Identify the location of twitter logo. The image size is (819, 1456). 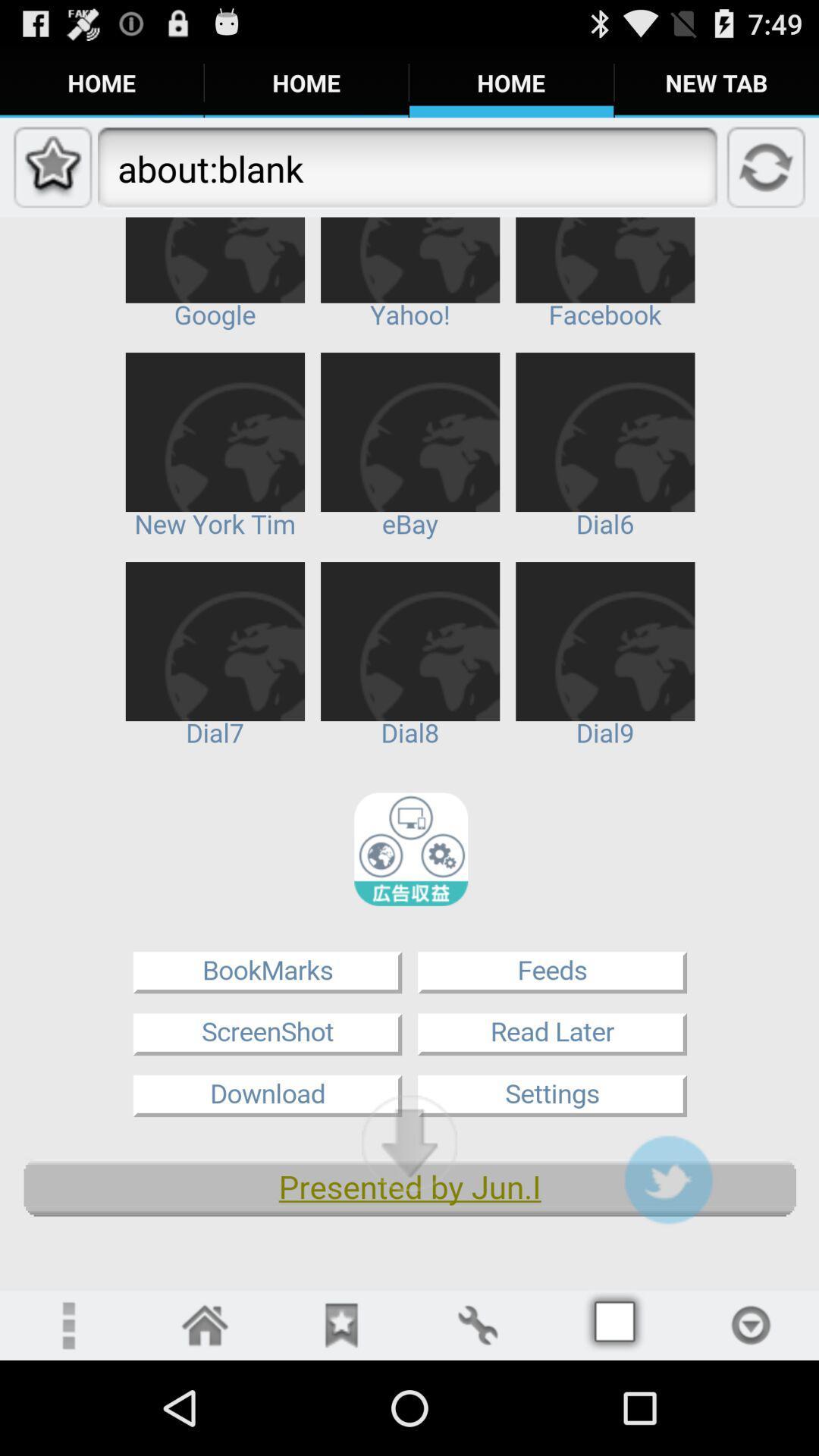
(667, 1178).